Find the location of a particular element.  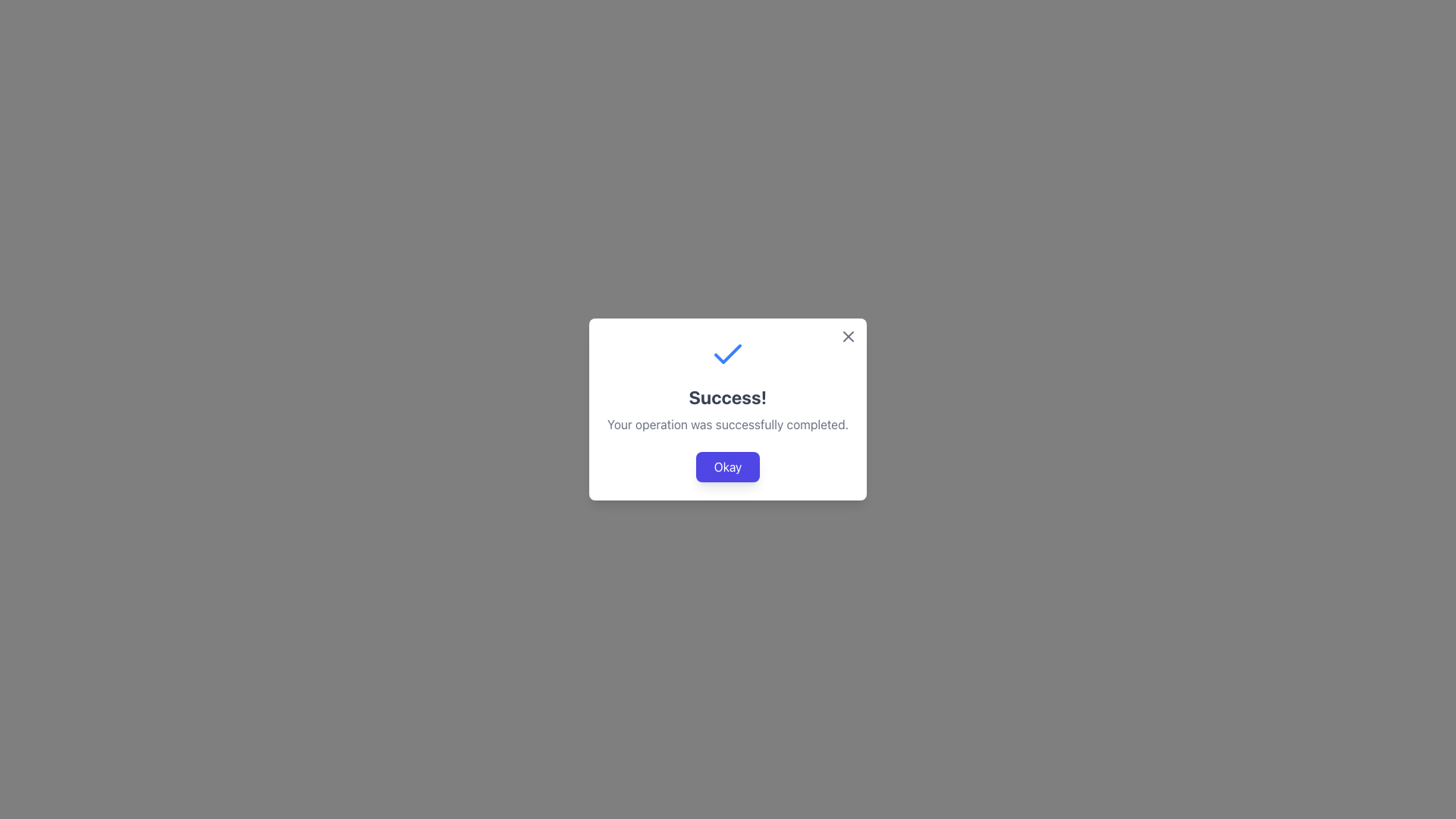

the checkmark icon that visually represents the completion of a process, located at the center-top of the modal dialog box above the text 'Success!' and 'Your operation was successfully completed.' is located at coordinates (728, 354).